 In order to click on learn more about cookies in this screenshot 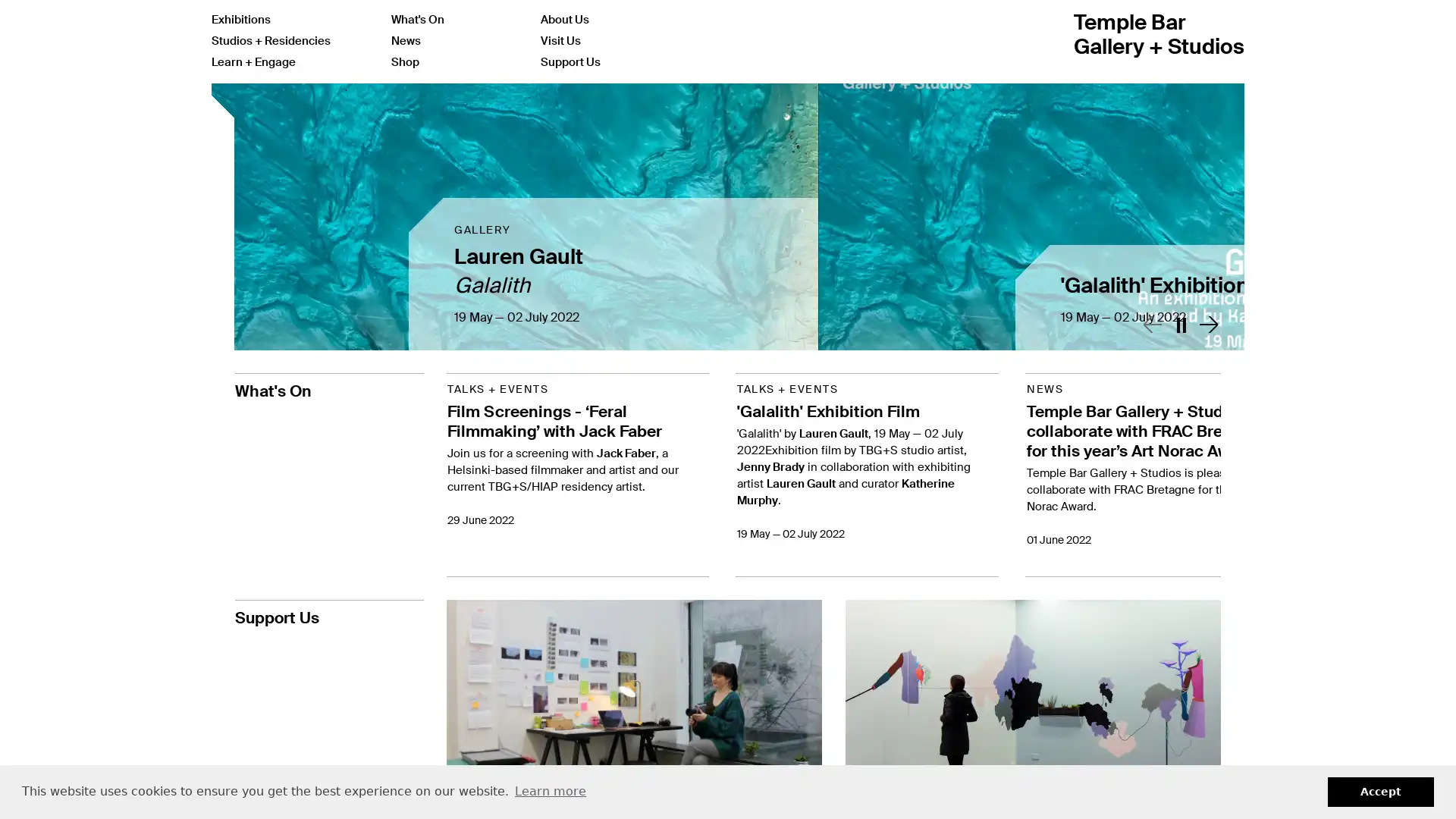, I will do `click(549, 791)`.